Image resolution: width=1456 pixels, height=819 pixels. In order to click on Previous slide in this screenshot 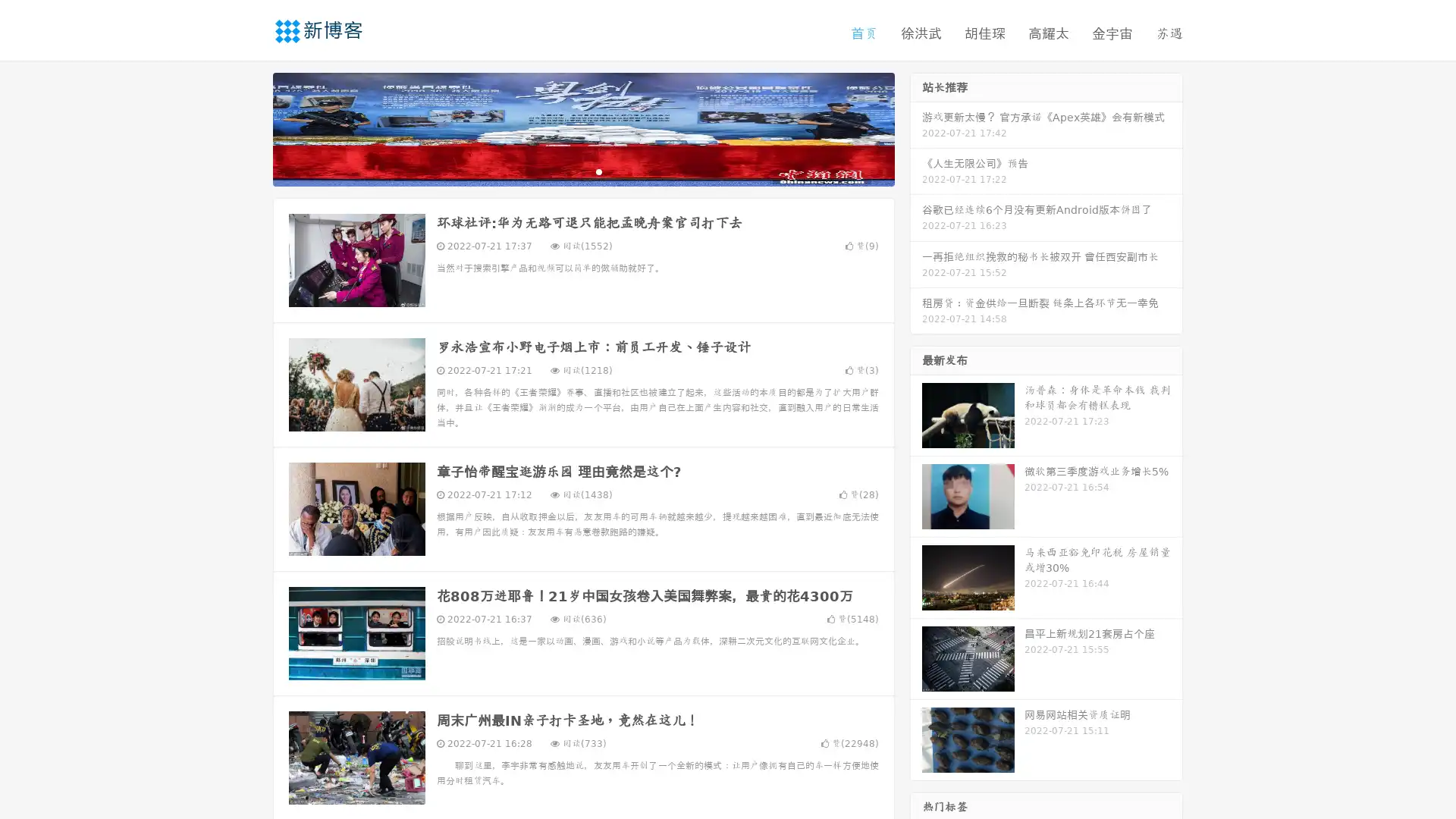, I will do `click(250, 127)`.